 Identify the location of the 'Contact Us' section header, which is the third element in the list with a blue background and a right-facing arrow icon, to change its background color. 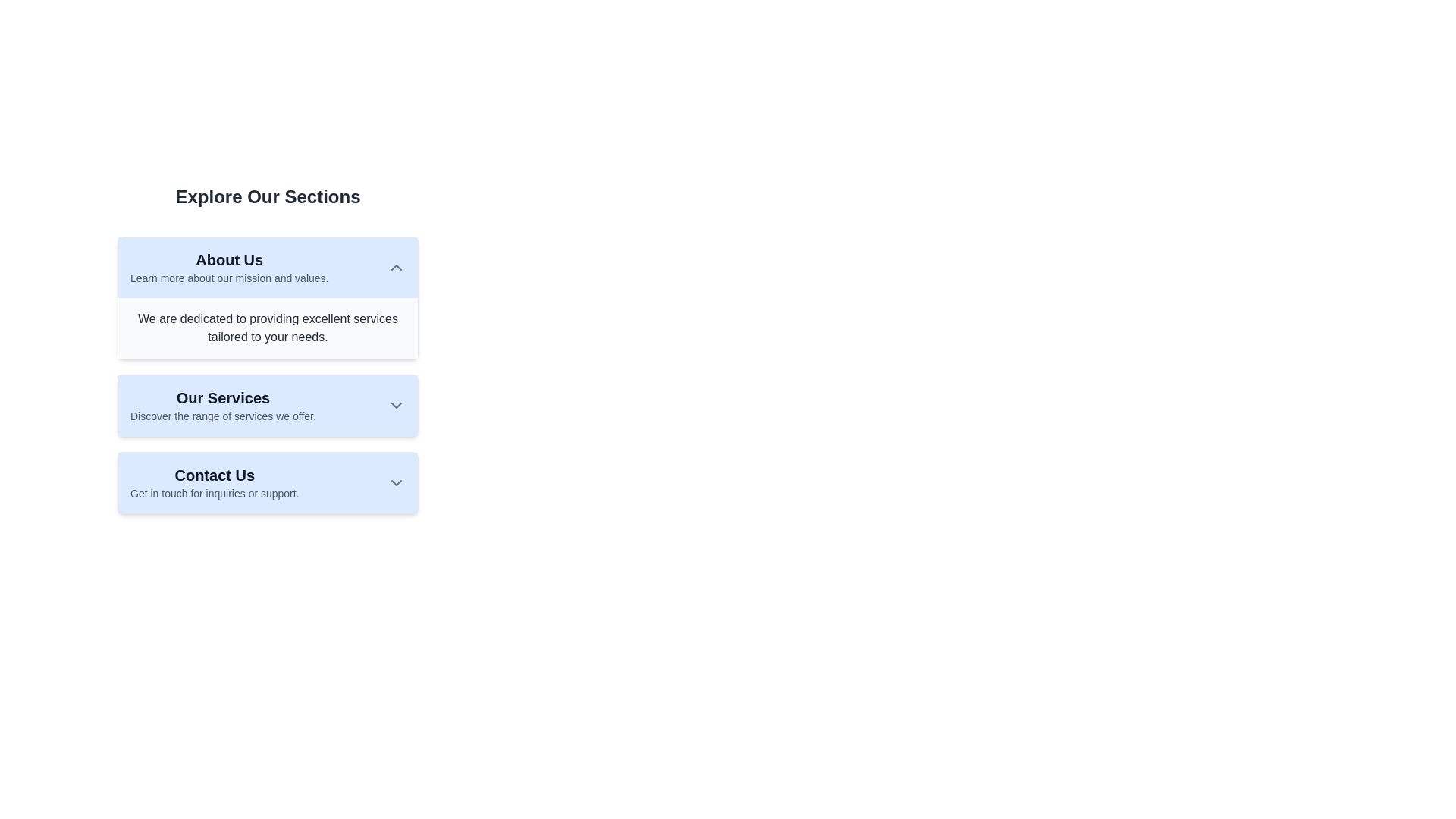
(268, 482).